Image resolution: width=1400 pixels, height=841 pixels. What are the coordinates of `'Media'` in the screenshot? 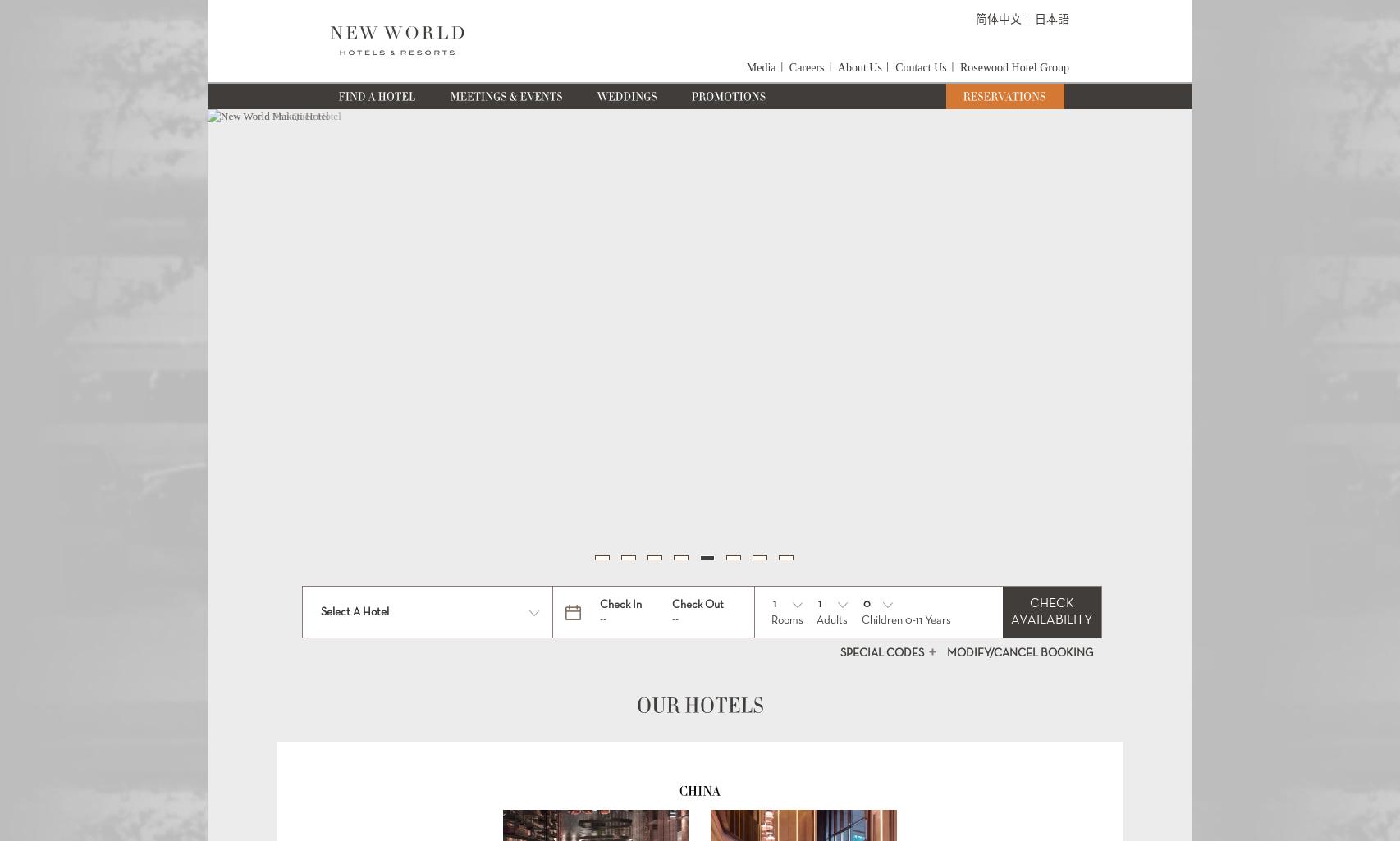 It's located at (761, 66).